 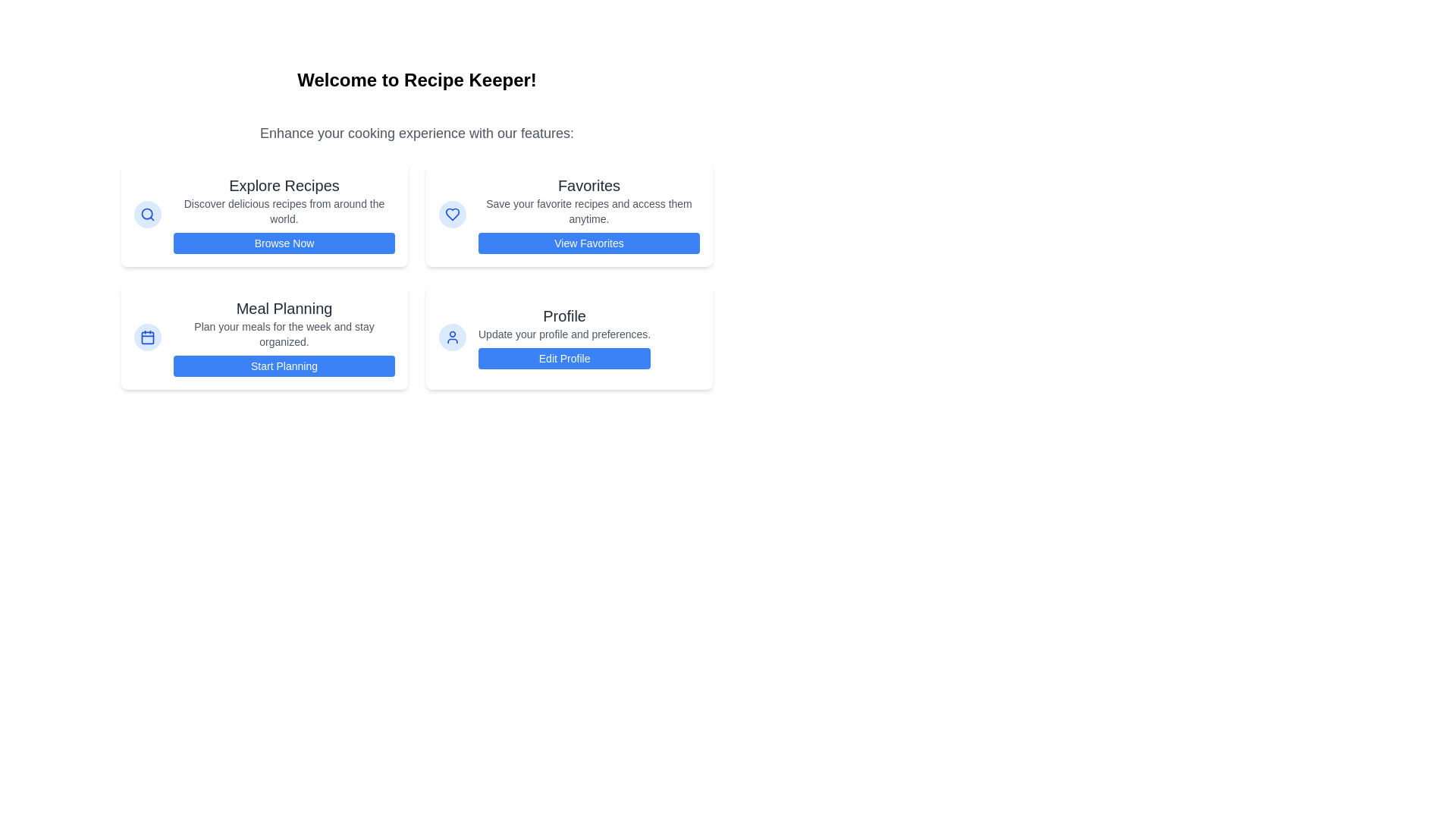 What do you see at coordinates (588, 214) in the screenshot?
I see `descriptive text from the 'Favorites' informational card, which is located in the second column of the grid layout and is styled with a white background and blue action button` at bounding box center [588, 214].